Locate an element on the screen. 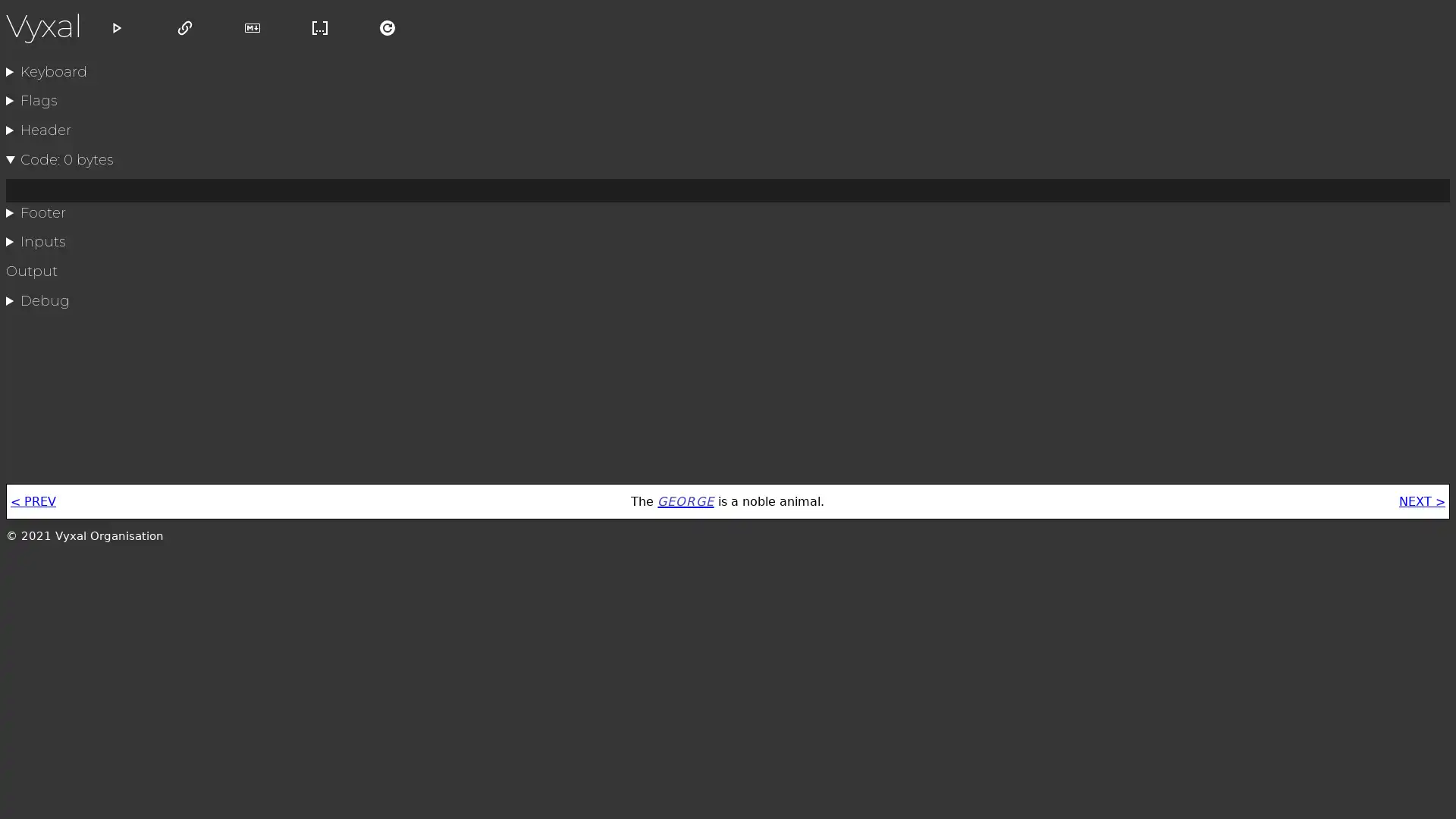  Generate Inline Markdown is located at coordinates (319, 33).